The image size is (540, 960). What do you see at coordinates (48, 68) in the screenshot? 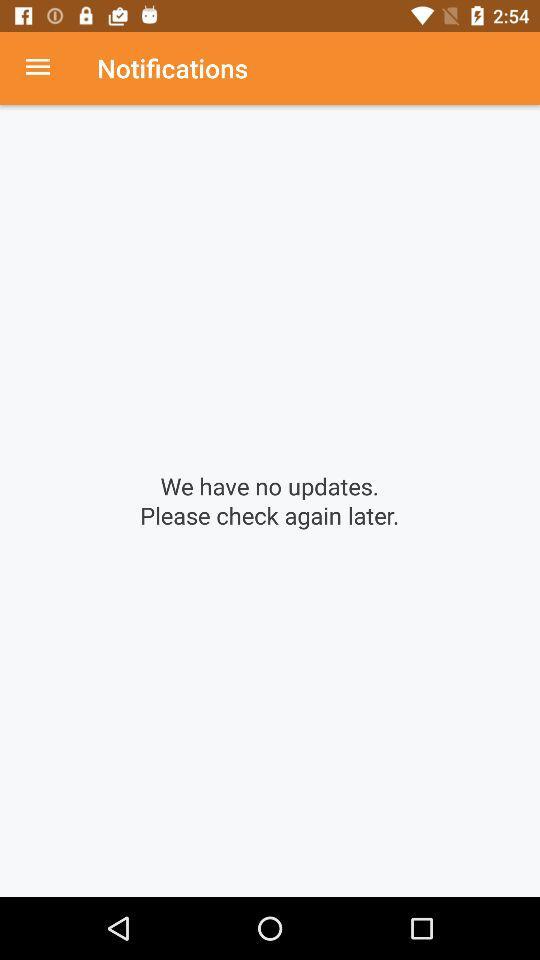
I see `menu items` at bounding box center [48, 68].